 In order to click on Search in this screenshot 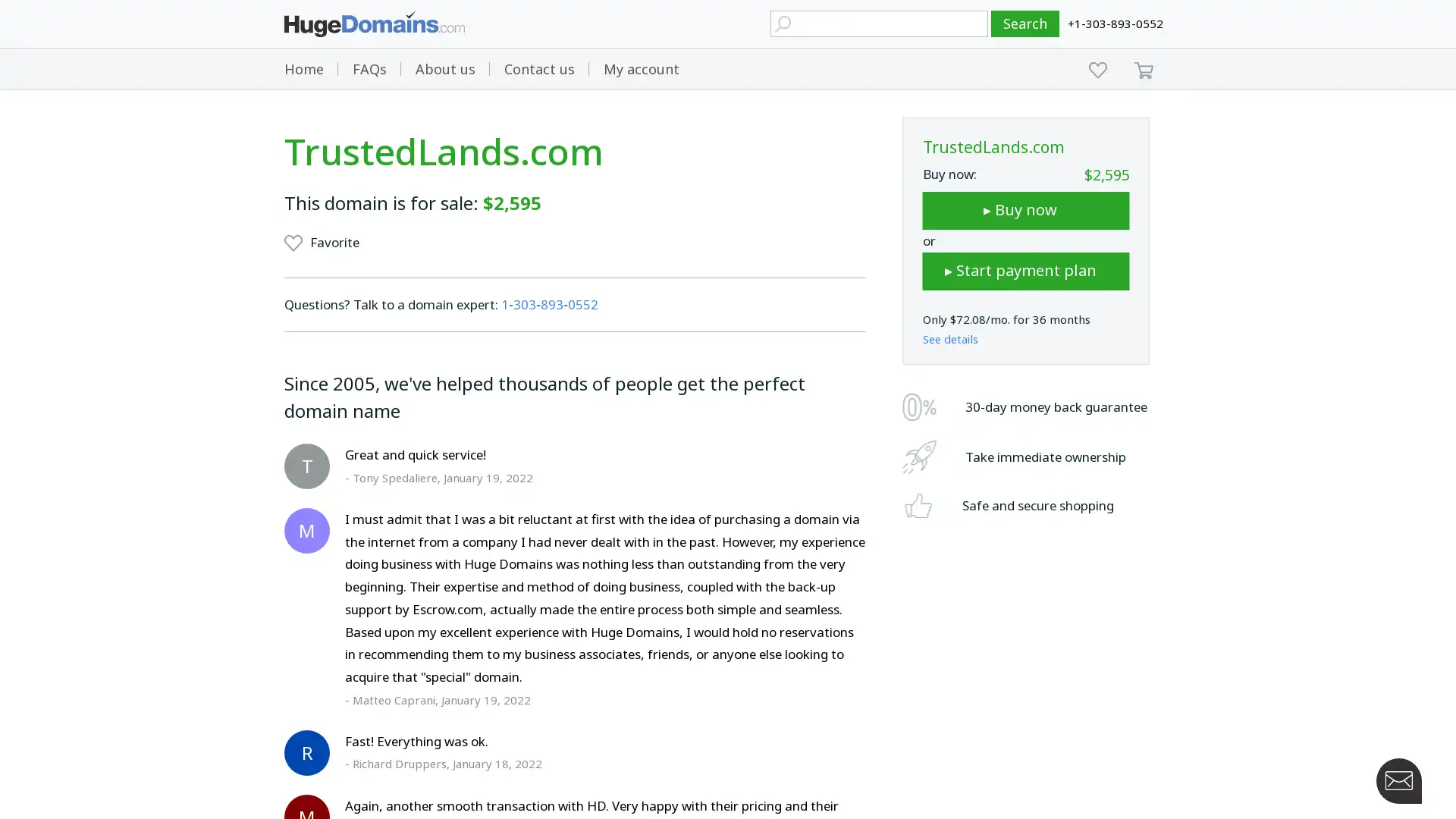, I will do `click(1025, 24)`.